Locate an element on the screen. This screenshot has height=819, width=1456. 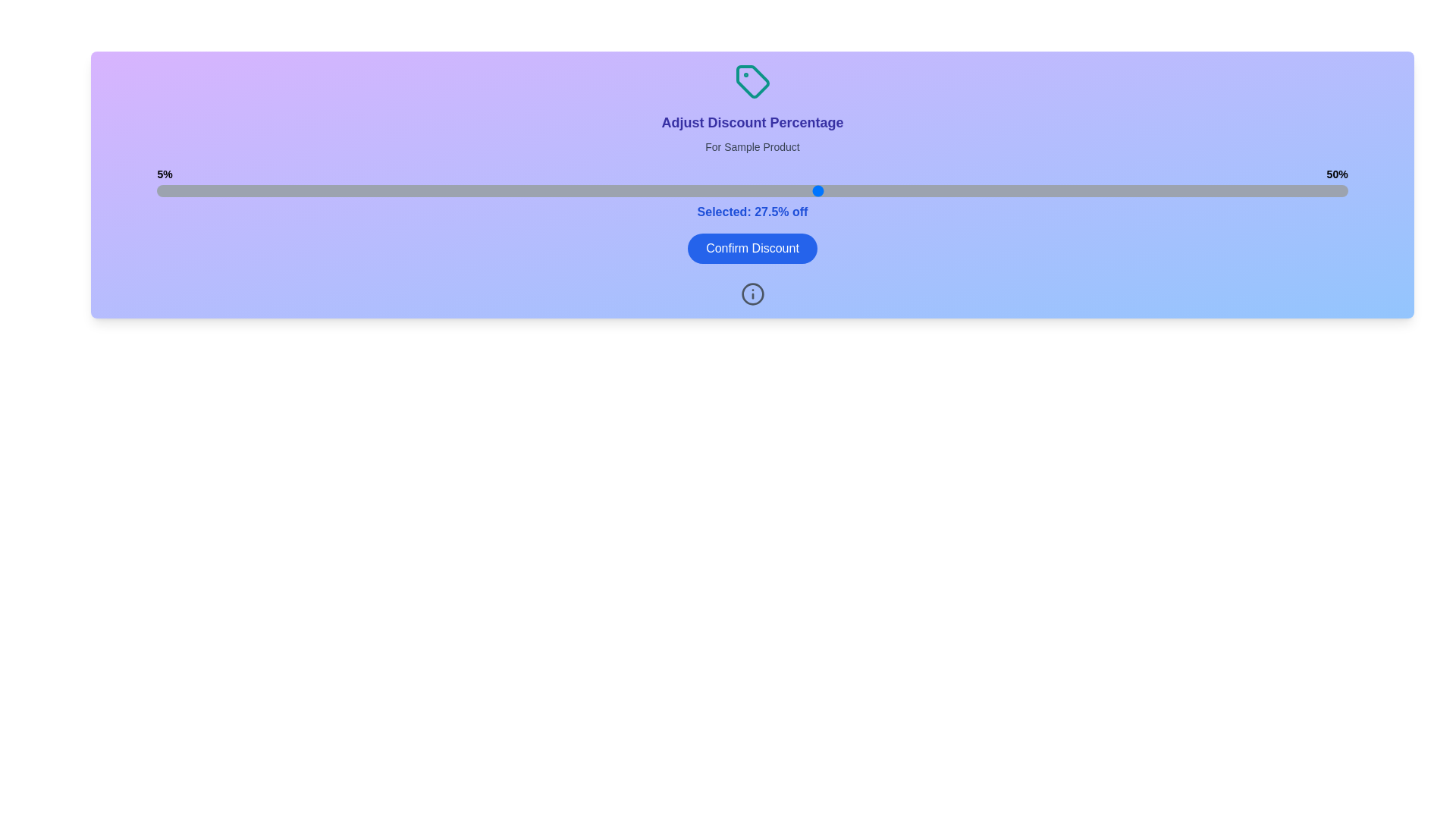
the text label that indicates minimum ('5%') and maximum ('50%') boundaries for the slider bar below it, positioned horizontally centered above the gray slider bar is located at coordinates (752, 174).